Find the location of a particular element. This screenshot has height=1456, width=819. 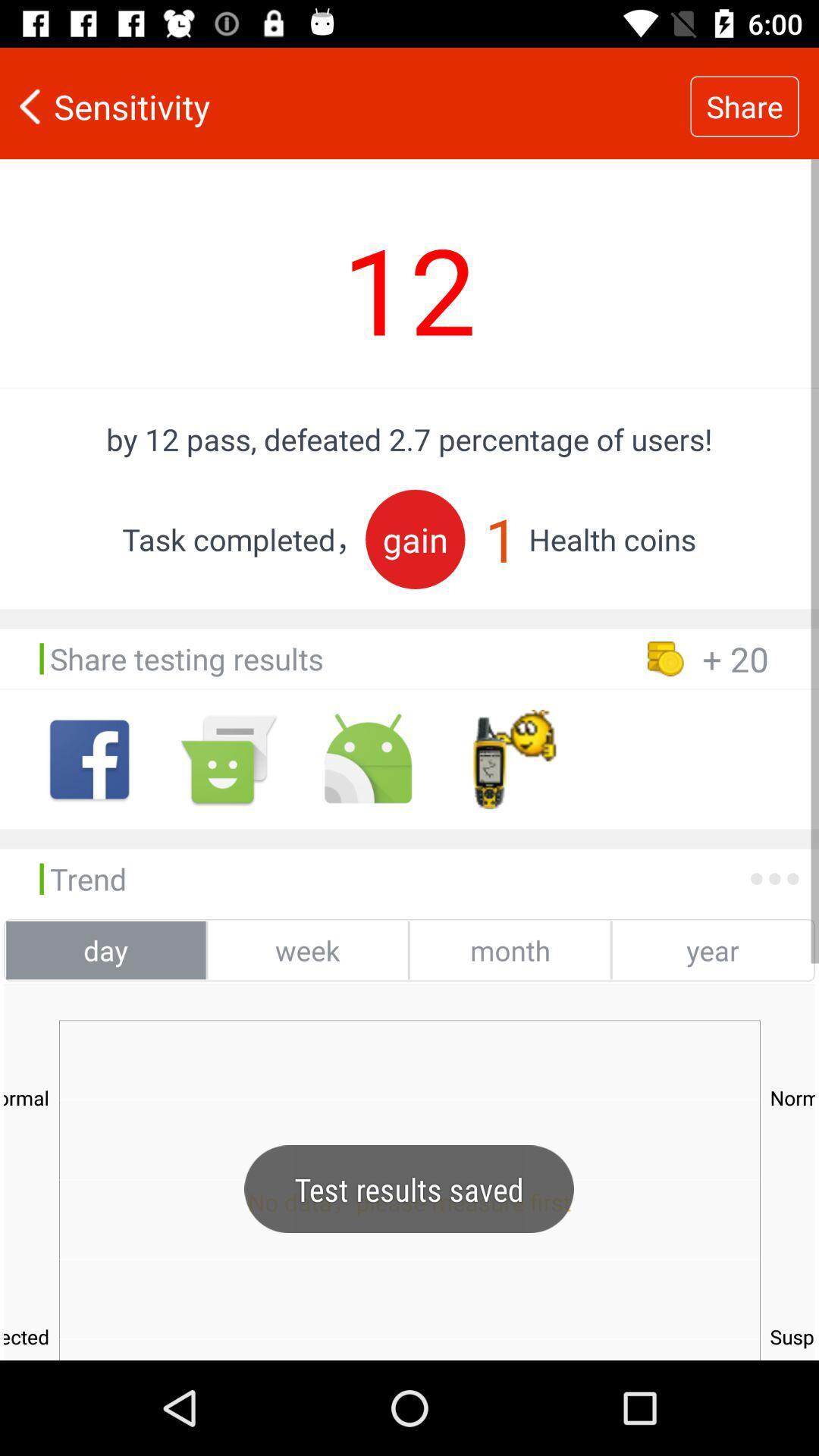

the button on left to the text 1 on the web page is located at coordinates (415, 539).